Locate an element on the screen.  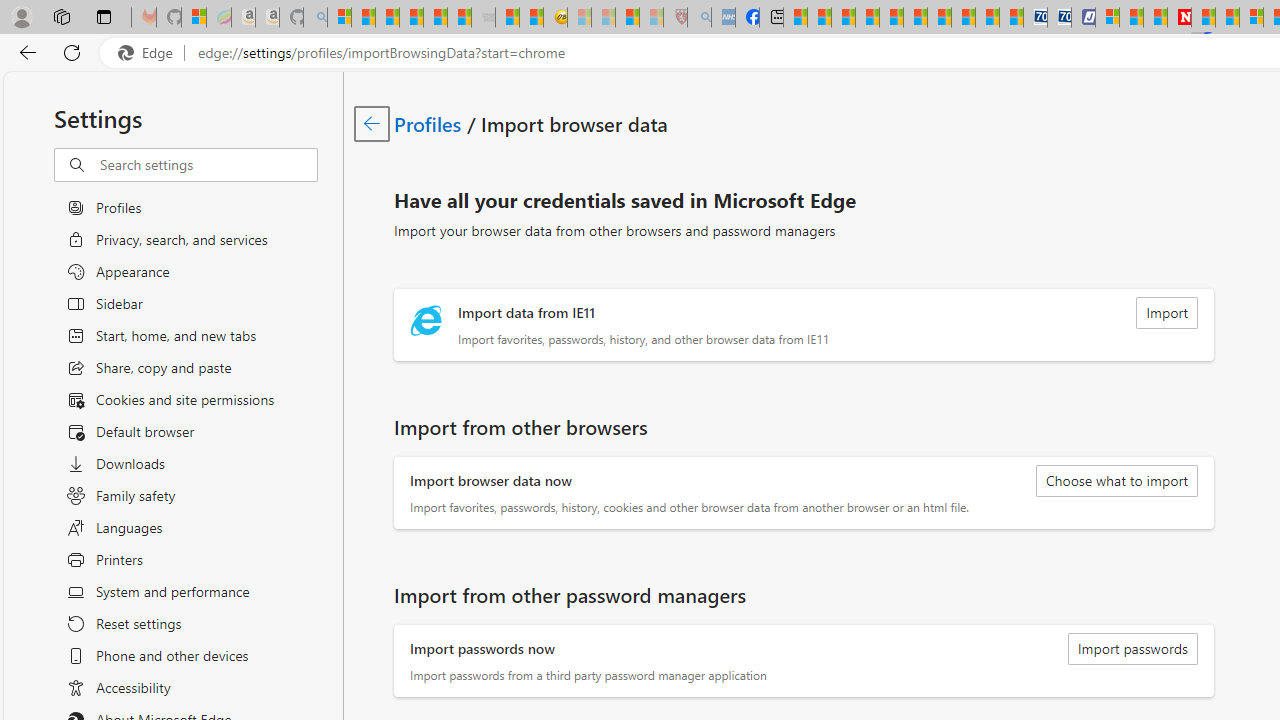
'Edge' is located at coordinates (149, 52).